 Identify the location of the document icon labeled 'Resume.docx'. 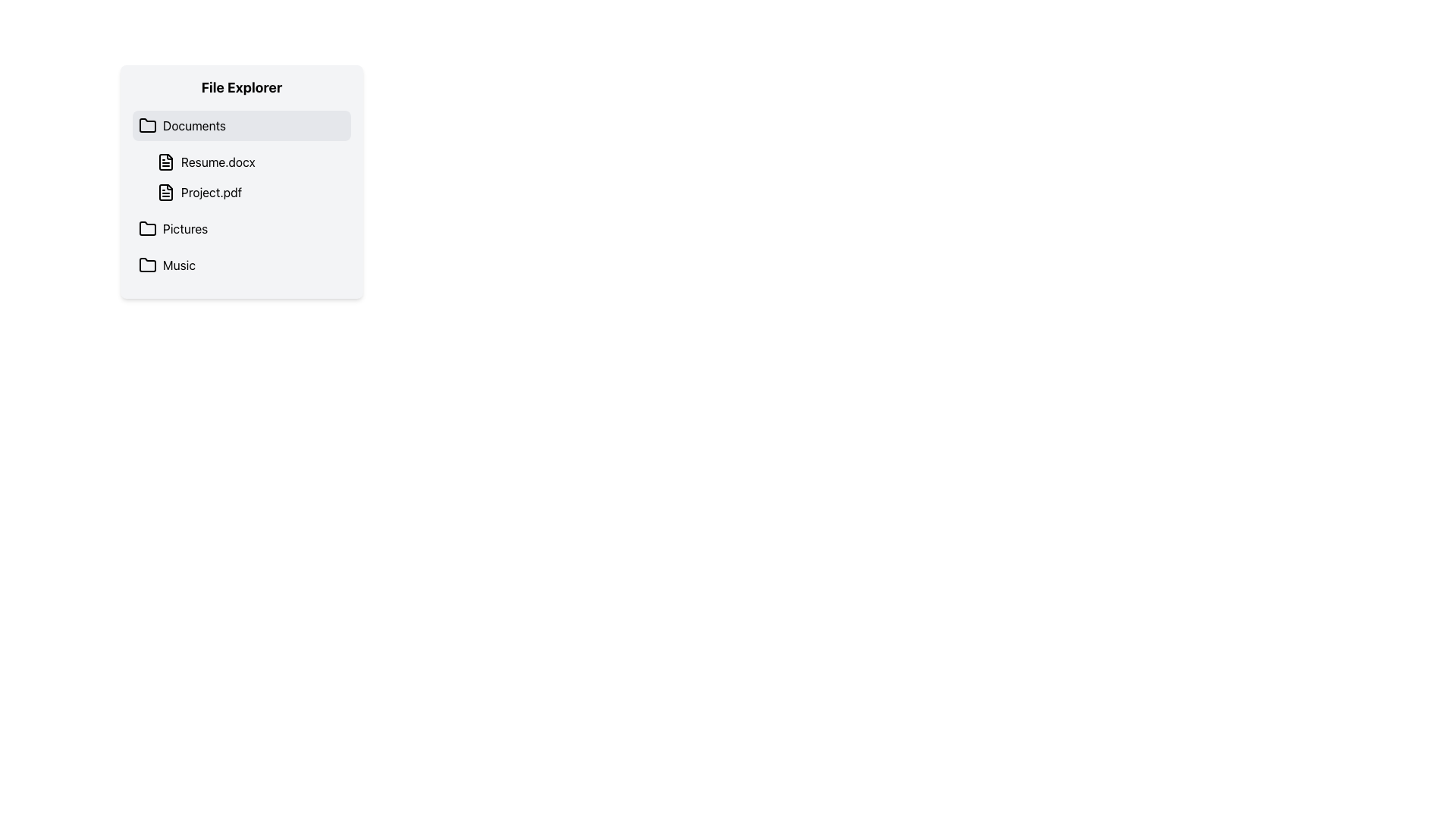
(166, 162).